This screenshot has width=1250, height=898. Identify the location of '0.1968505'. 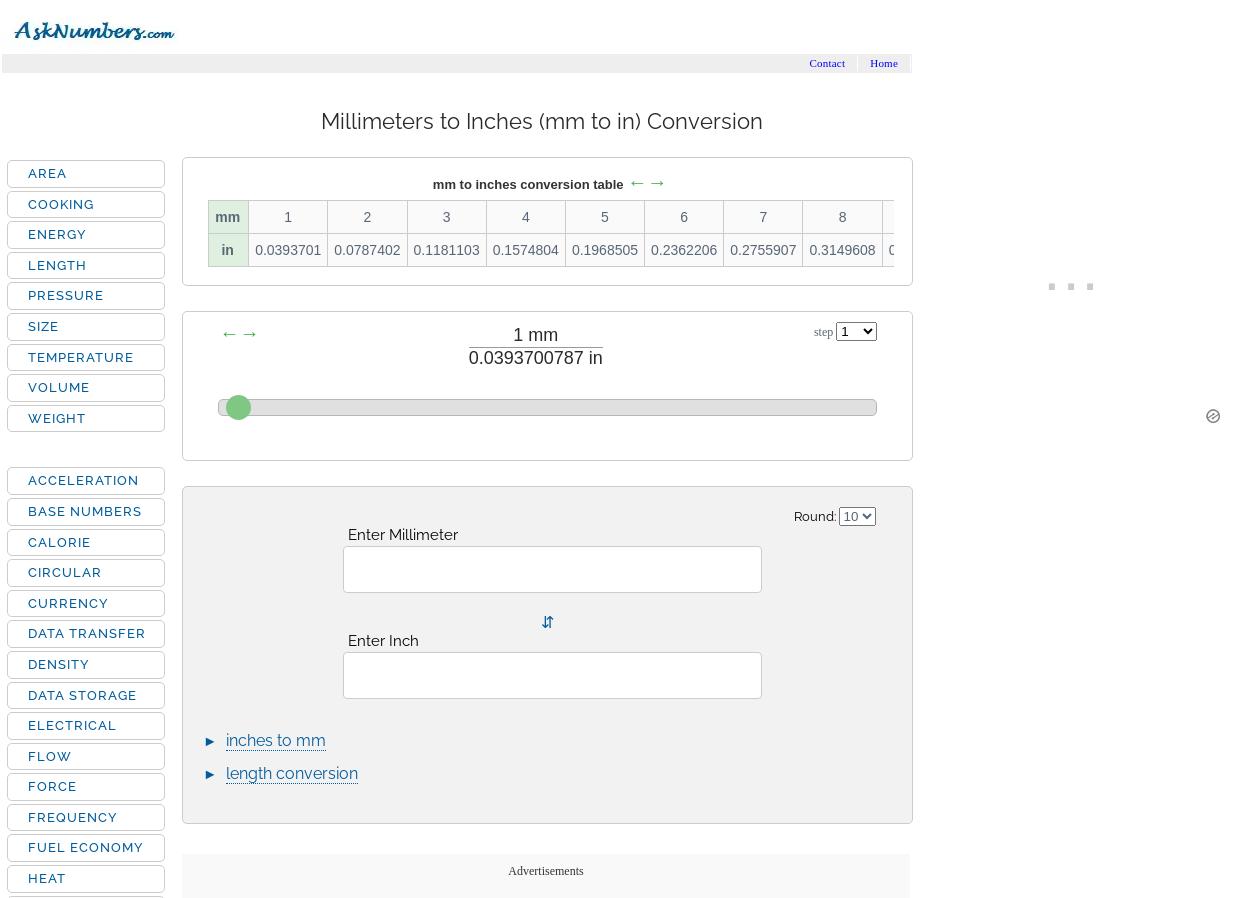
(603, 250).